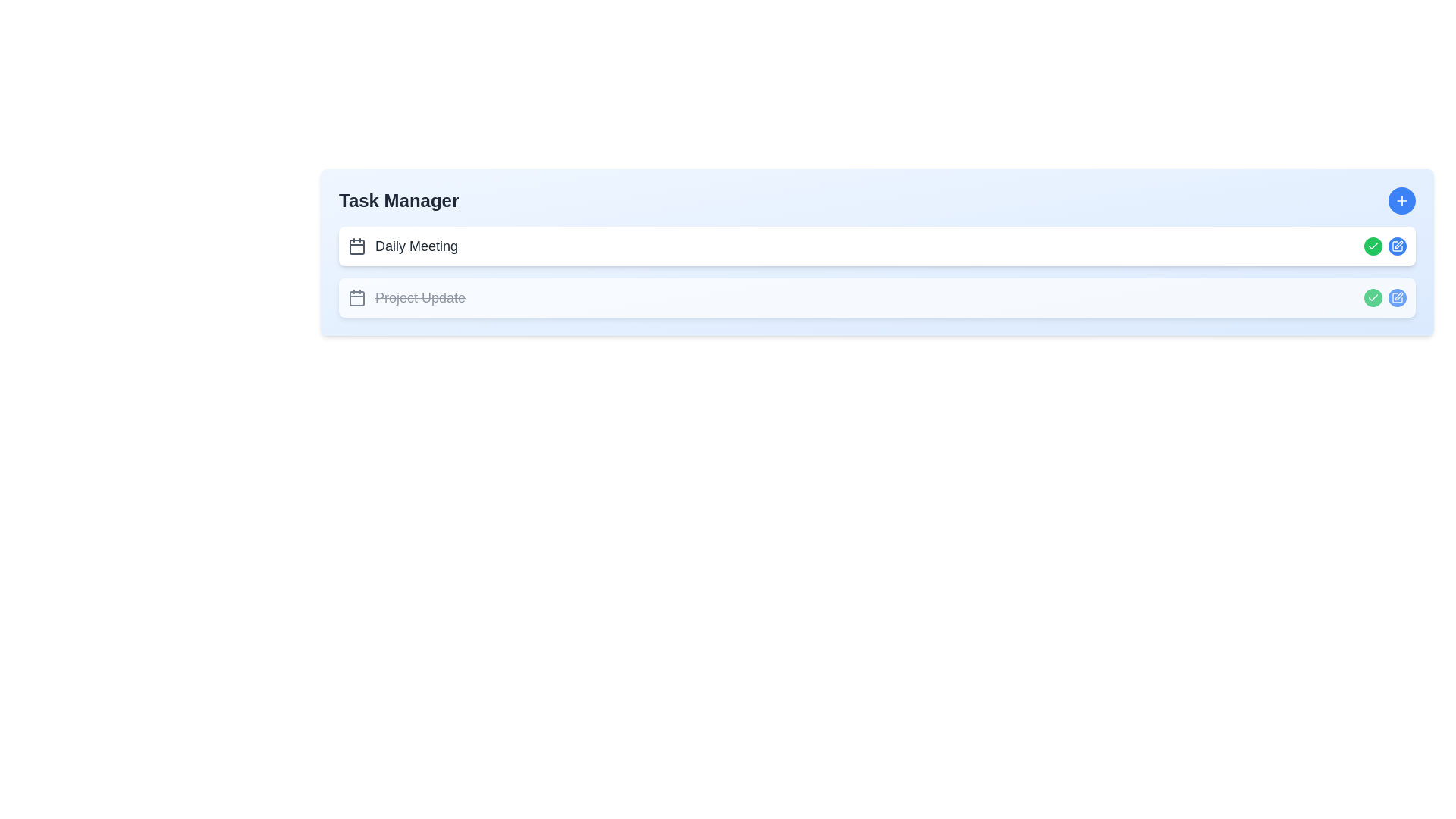 The width and height of the screenshot is (1456, 819). I want to click on the small square icon featuring a pen symbol in a blue-themed circular button background, located next to the 'Daily Meeting' task, so click(1397, 245).